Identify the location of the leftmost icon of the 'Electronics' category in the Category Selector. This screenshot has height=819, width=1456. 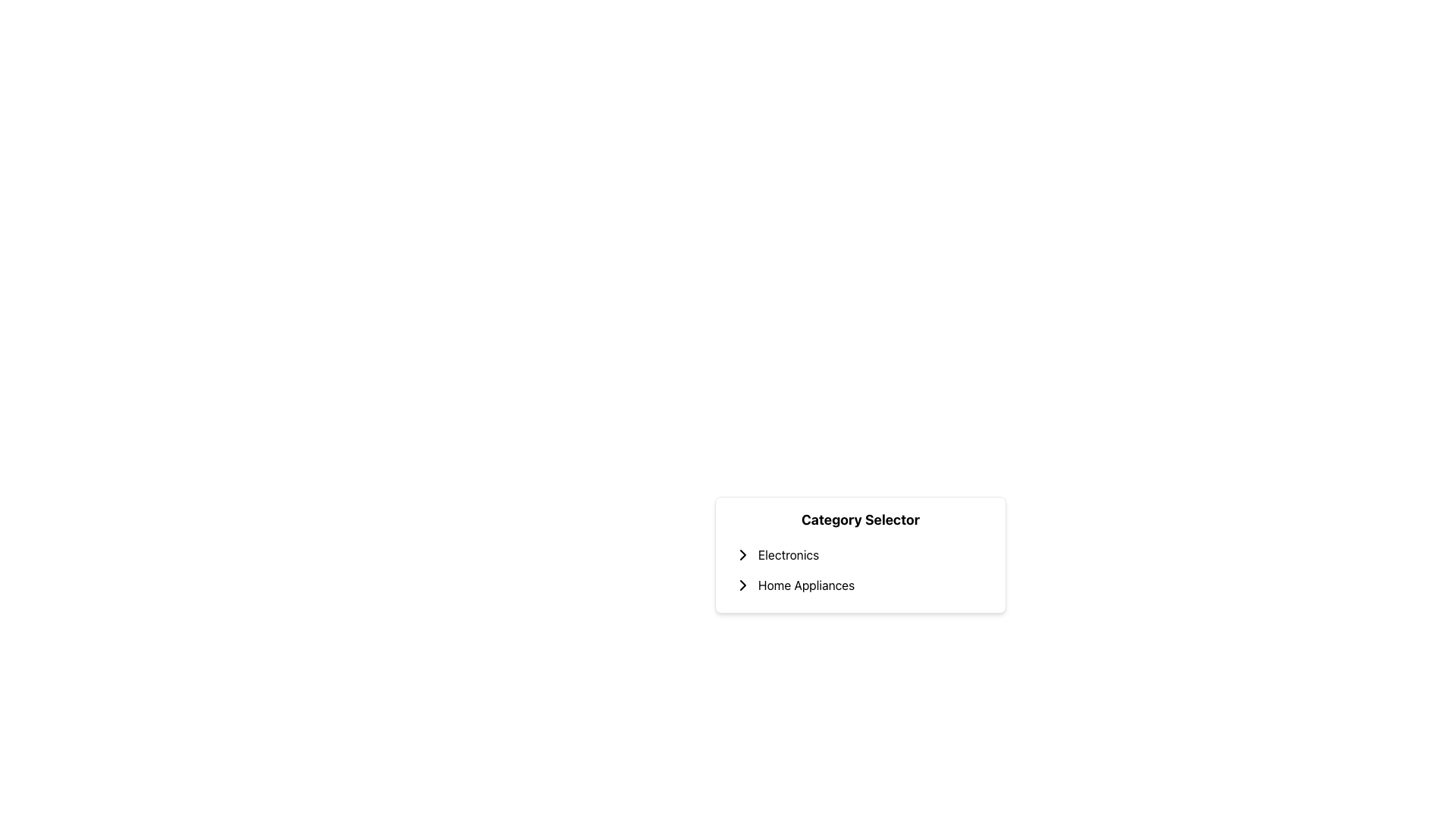
(742, 555).